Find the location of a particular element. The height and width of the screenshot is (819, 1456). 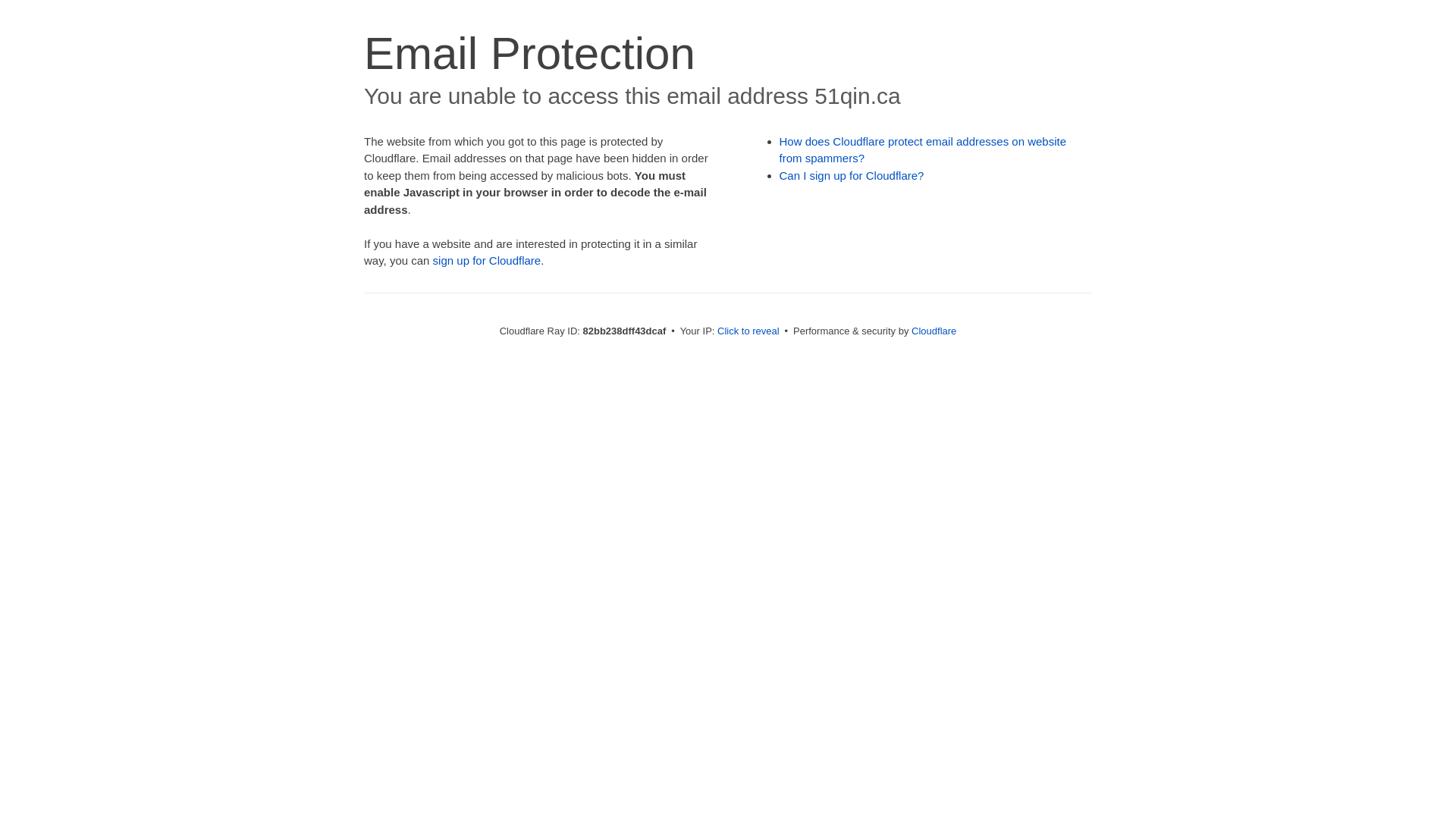

'Cloudflare' is located at coordinates (933, 330).